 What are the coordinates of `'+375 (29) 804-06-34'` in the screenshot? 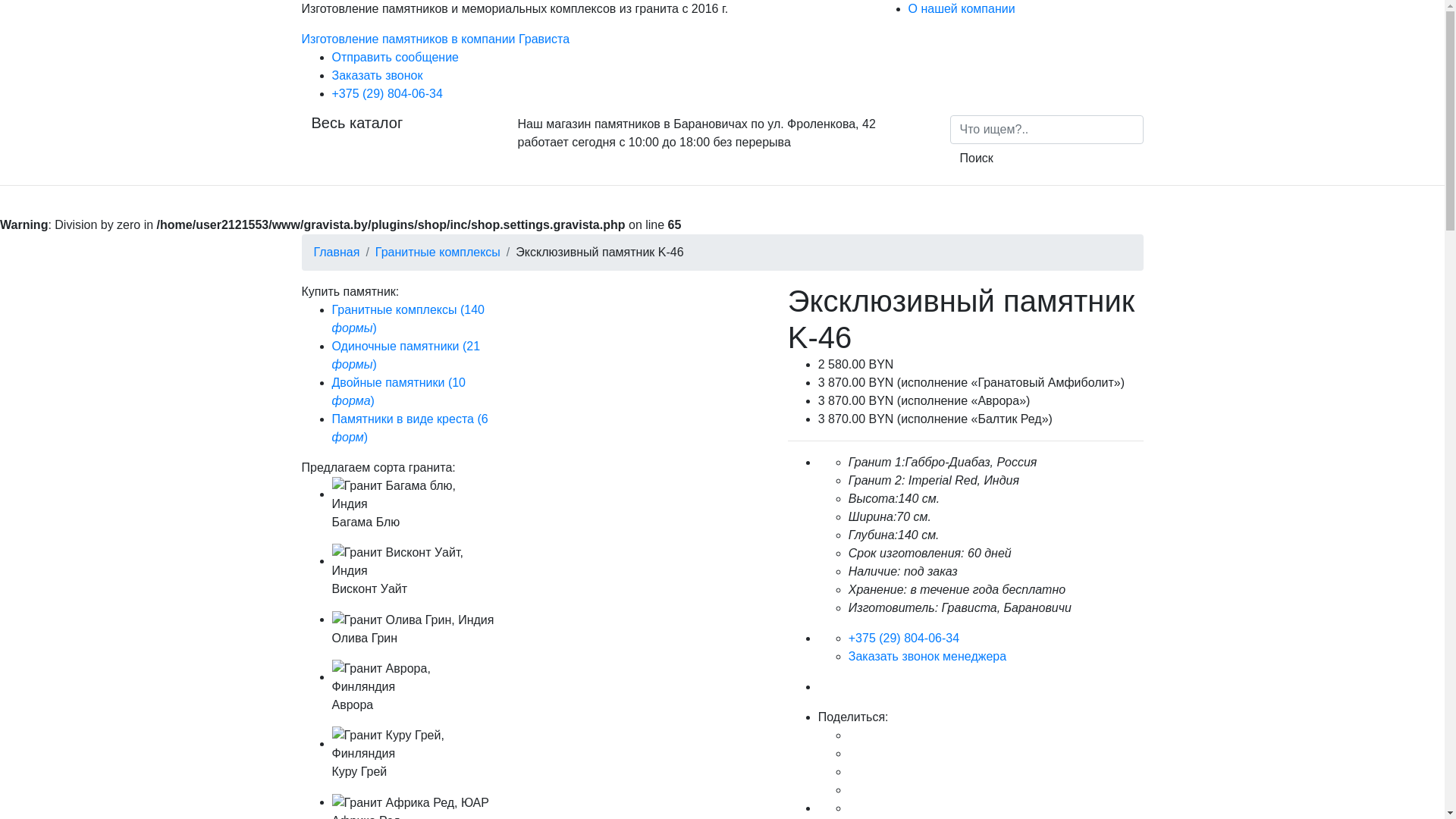 It's located at (903, 638).